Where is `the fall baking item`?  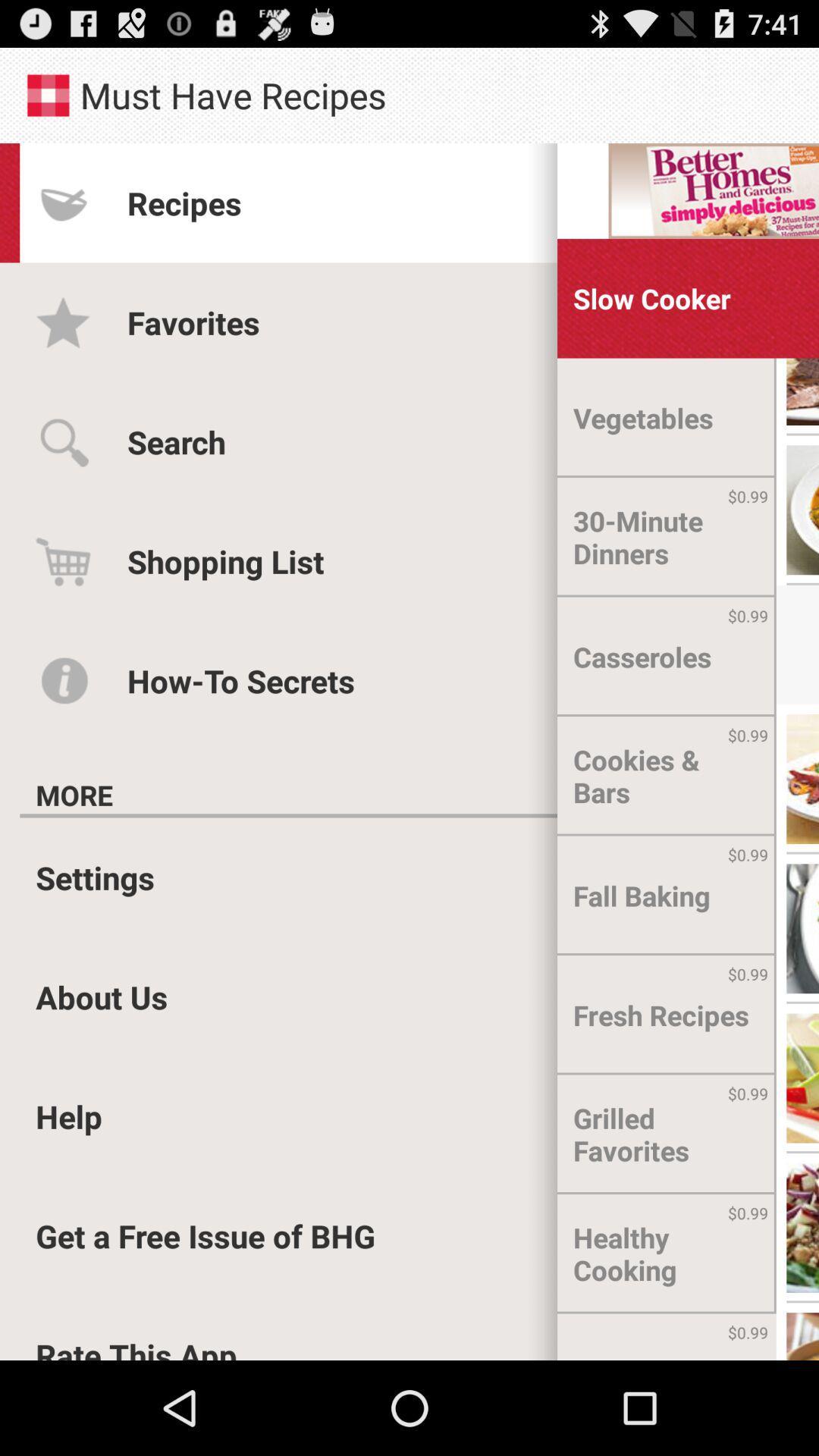 the fall baking item is located at coordinates (642, 896).